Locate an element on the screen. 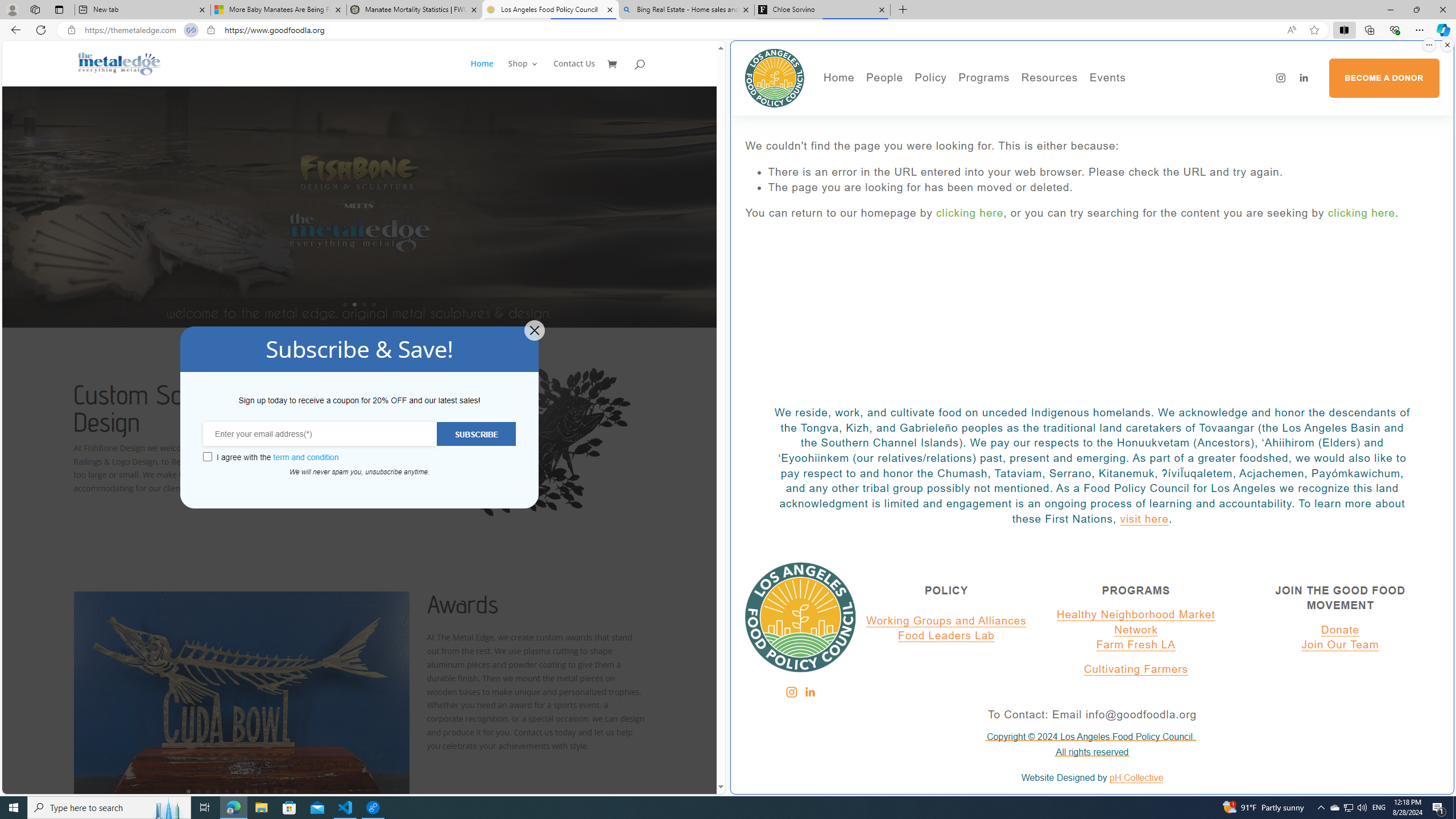 The image size is (1456, 819). 'Metal Fish Sculptures & Metal Designs' is located at coordinates (118, 63).